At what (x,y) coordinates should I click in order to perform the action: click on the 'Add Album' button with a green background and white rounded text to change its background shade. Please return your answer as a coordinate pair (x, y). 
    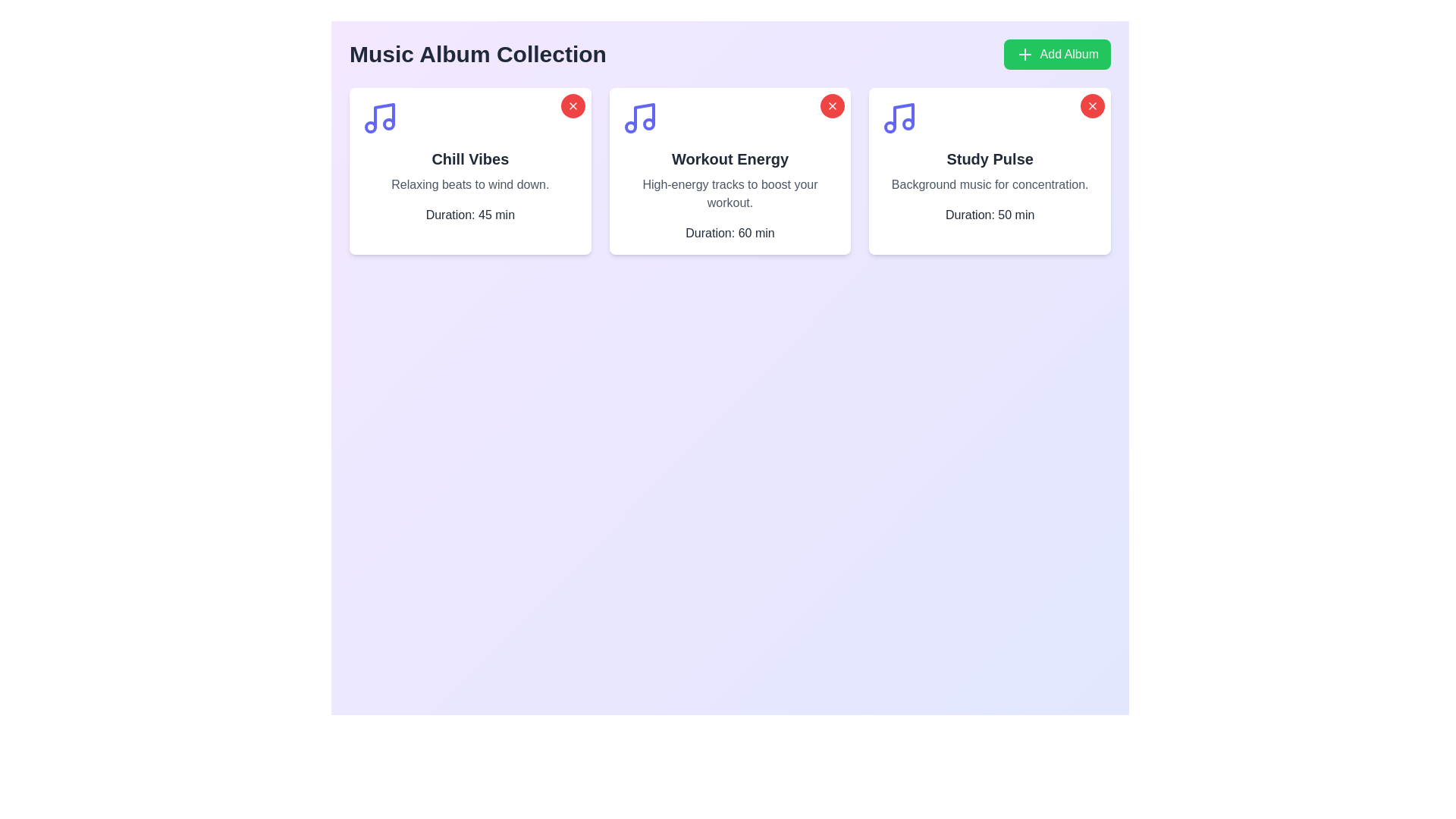
    Looking at the image, I should click on (1056, 54).